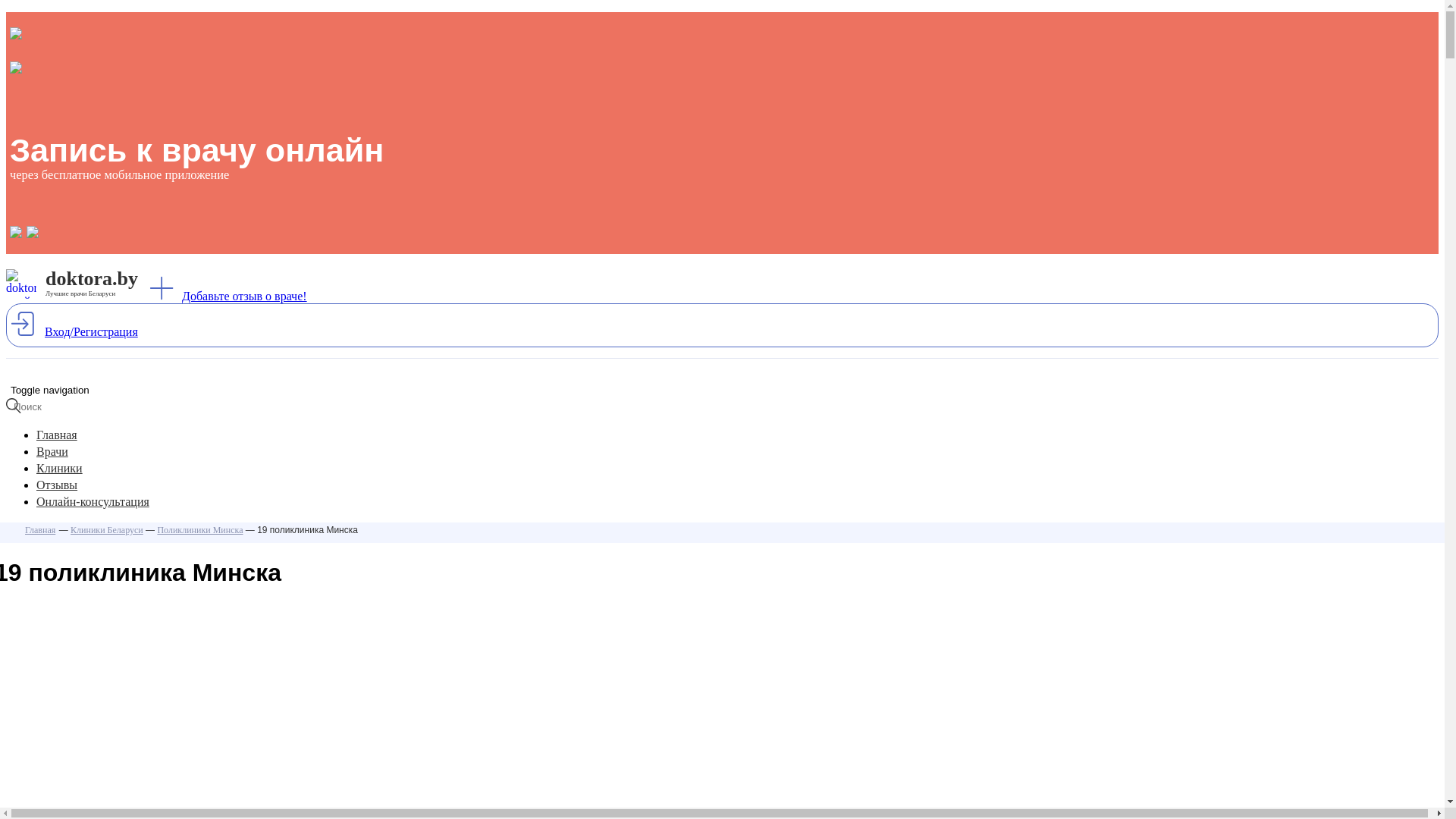 The image size is (1456, 819). Describe the element at coordinates (17, 8) in the screenshot. I see `'Rate'` at that location.